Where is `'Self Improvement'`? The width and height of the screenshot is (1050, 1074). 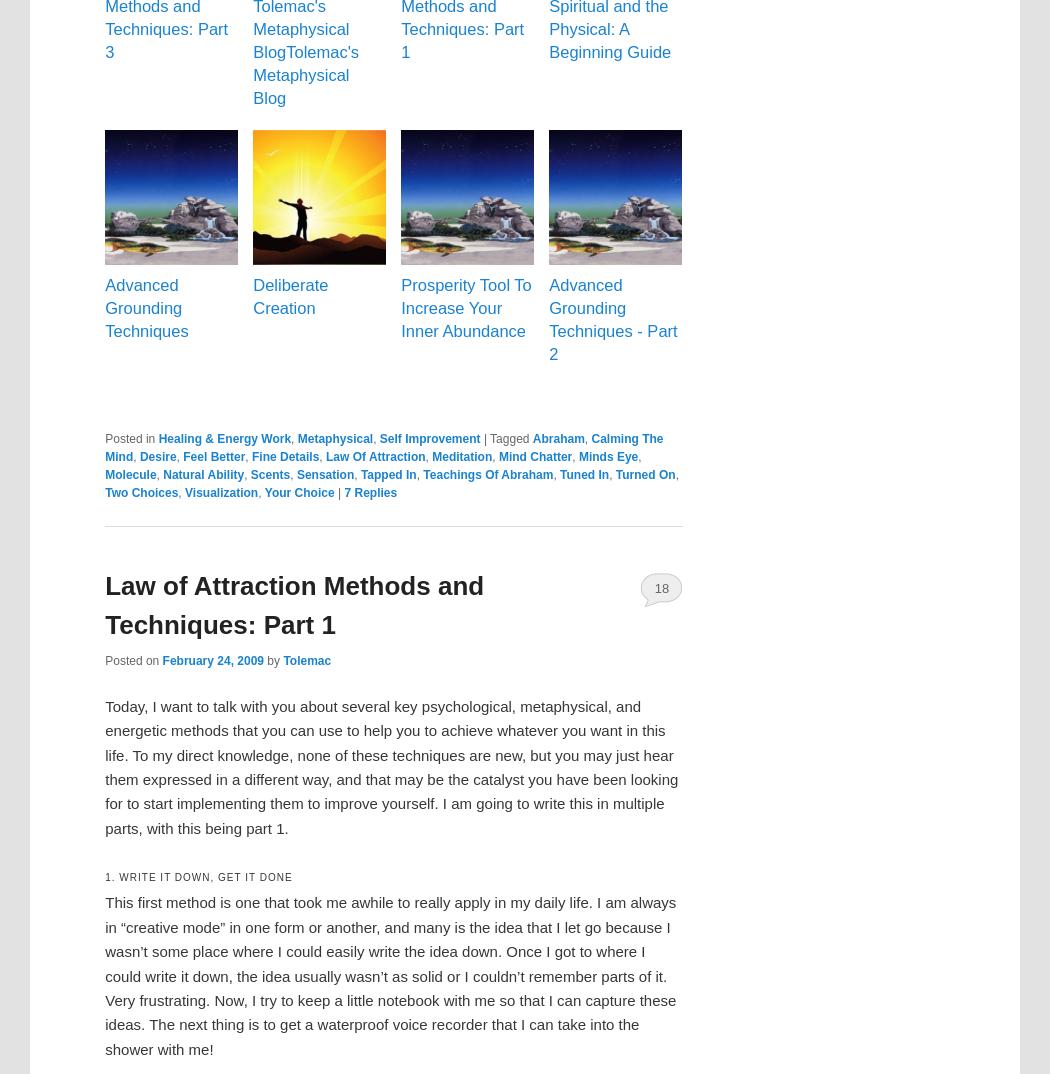
'Self Improvement' is located at coordinates (428, 436).